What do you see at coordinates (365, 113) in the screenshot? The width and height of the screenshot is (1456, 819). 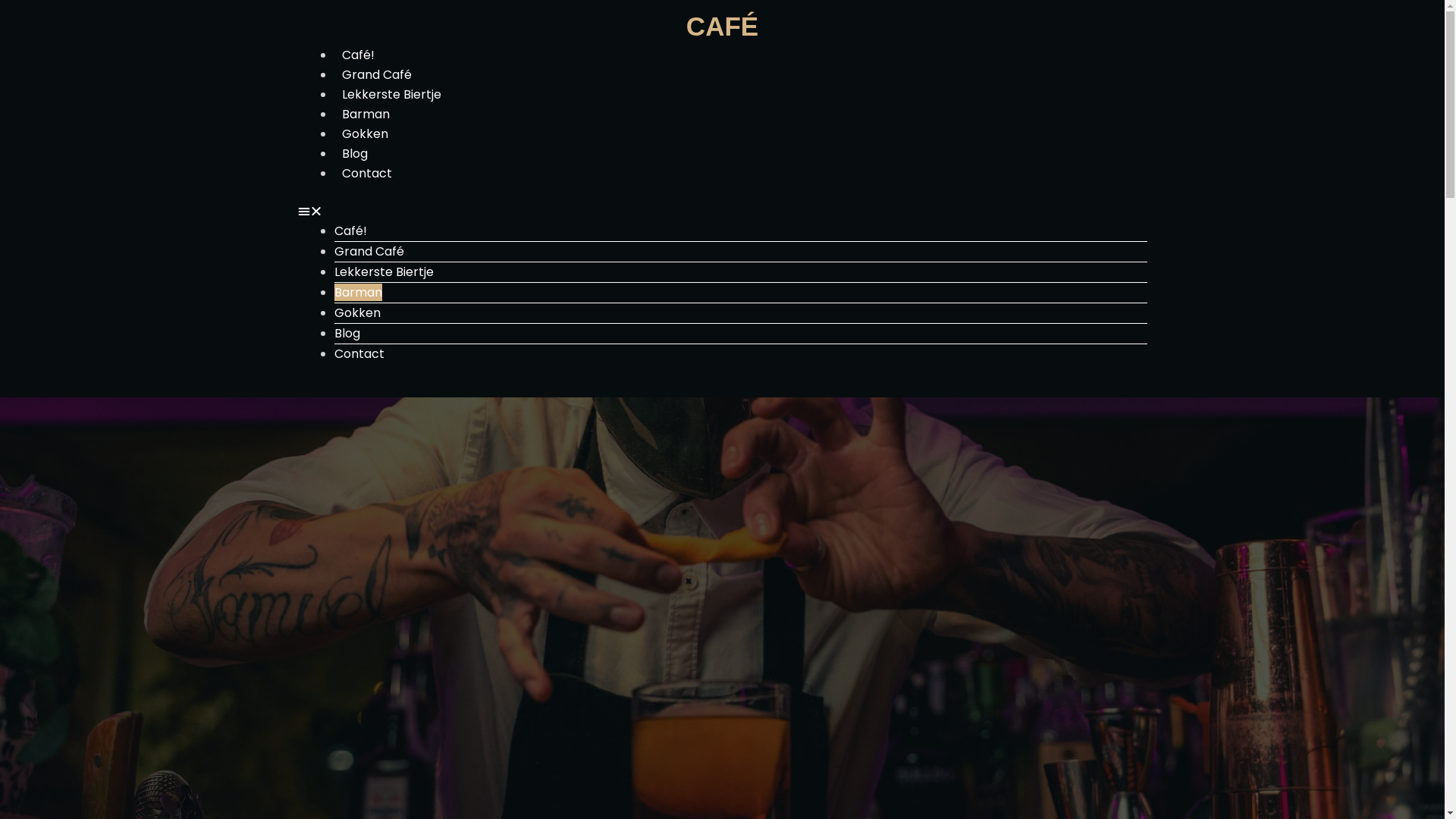 I see `'Barman'` at bounding box center [365, 113].